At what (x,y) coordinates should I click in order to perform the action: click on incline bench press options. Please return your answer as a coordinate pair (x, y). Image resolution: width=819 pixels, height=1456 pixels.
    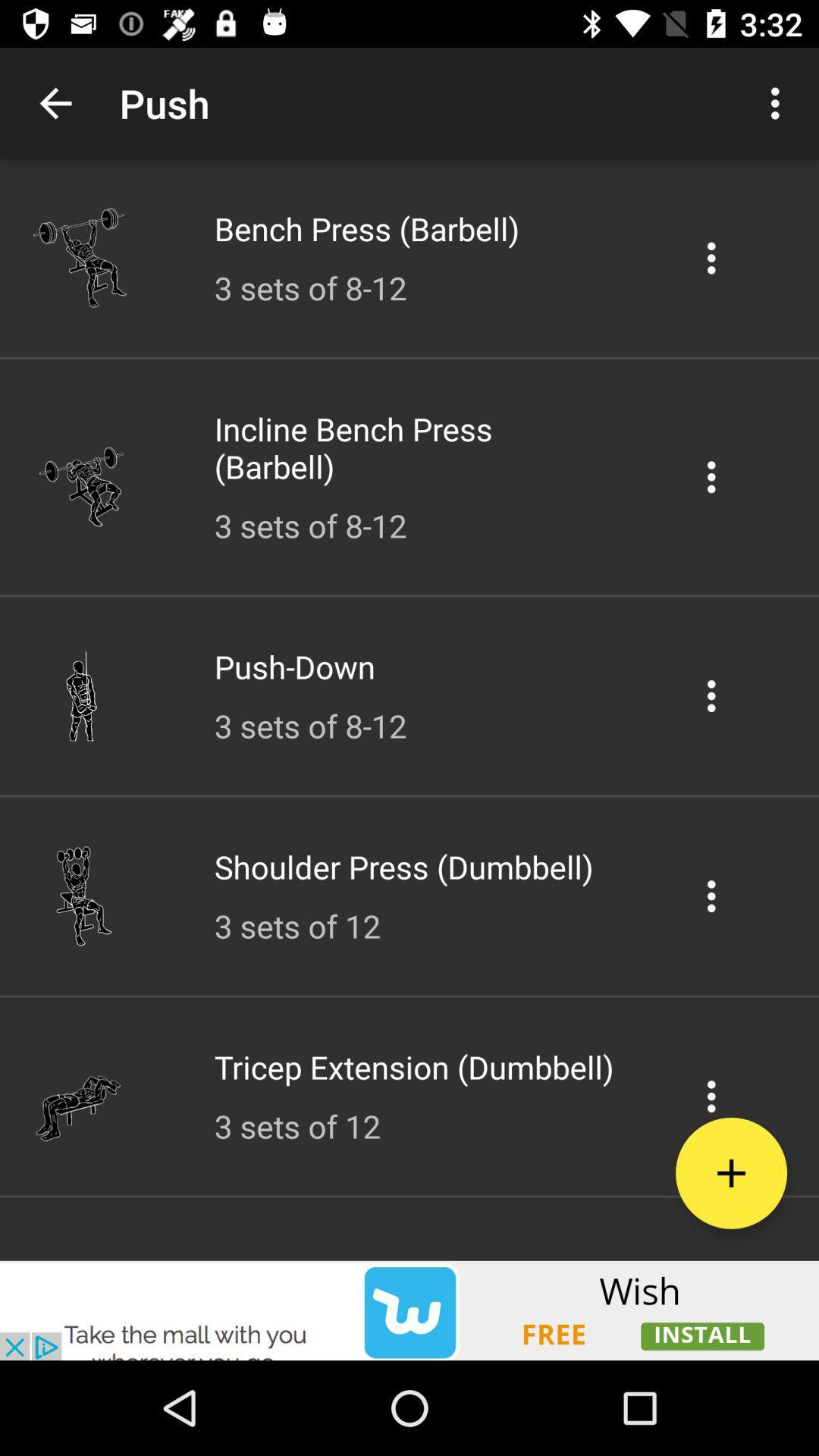
    Looking at the image, I should click on (711, 476).